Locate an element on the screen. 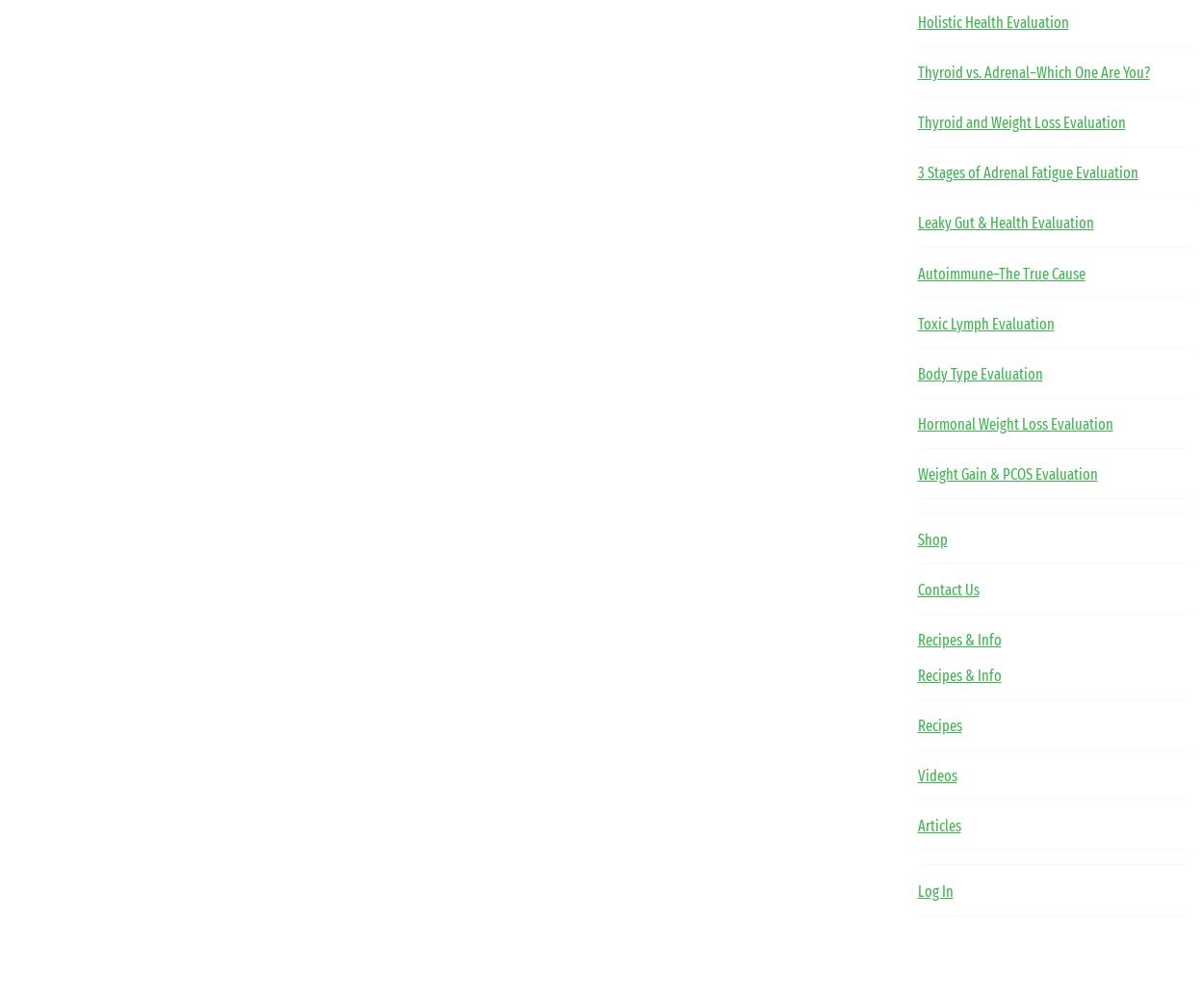 The width and height of the screenshot is (1204, 998). 'Articles' is located at coordinates (937, 826).